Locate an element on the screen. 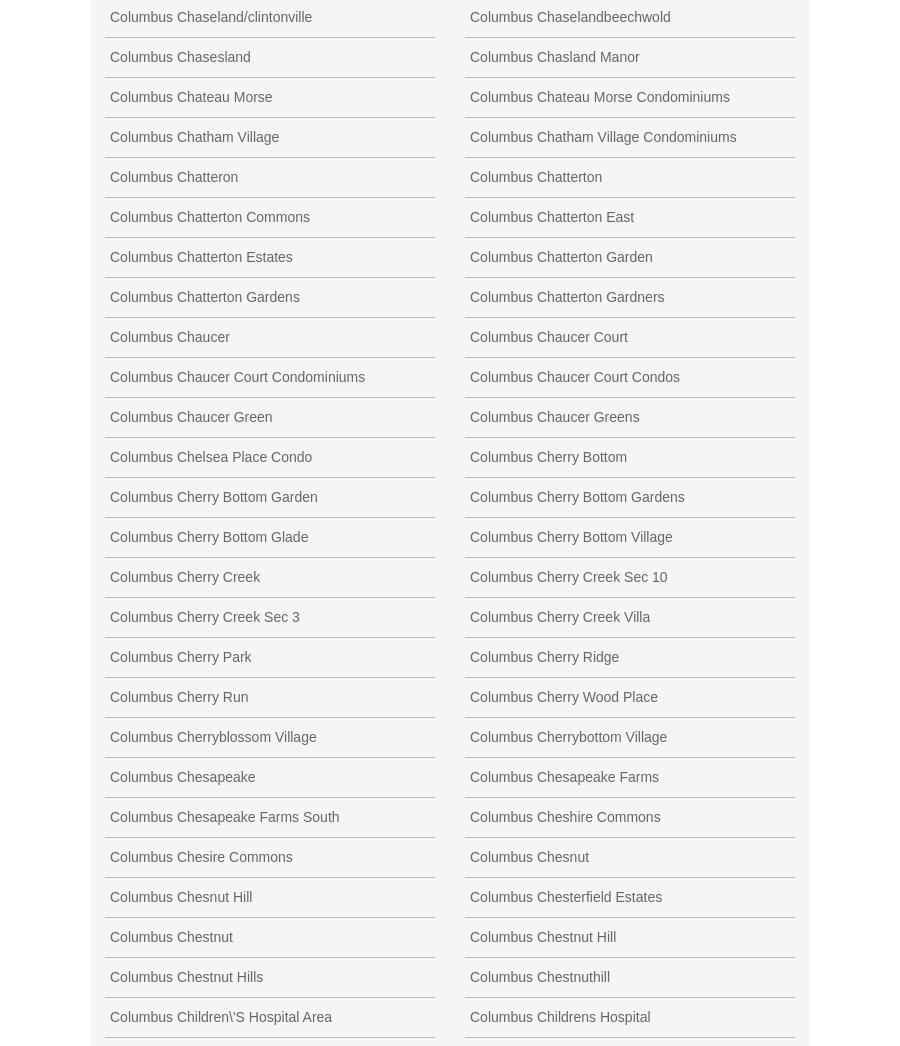 The width and height of the screenshot is (900, 1046). 'Columbus Chesire Commons' is located at coordinates (200, 855).